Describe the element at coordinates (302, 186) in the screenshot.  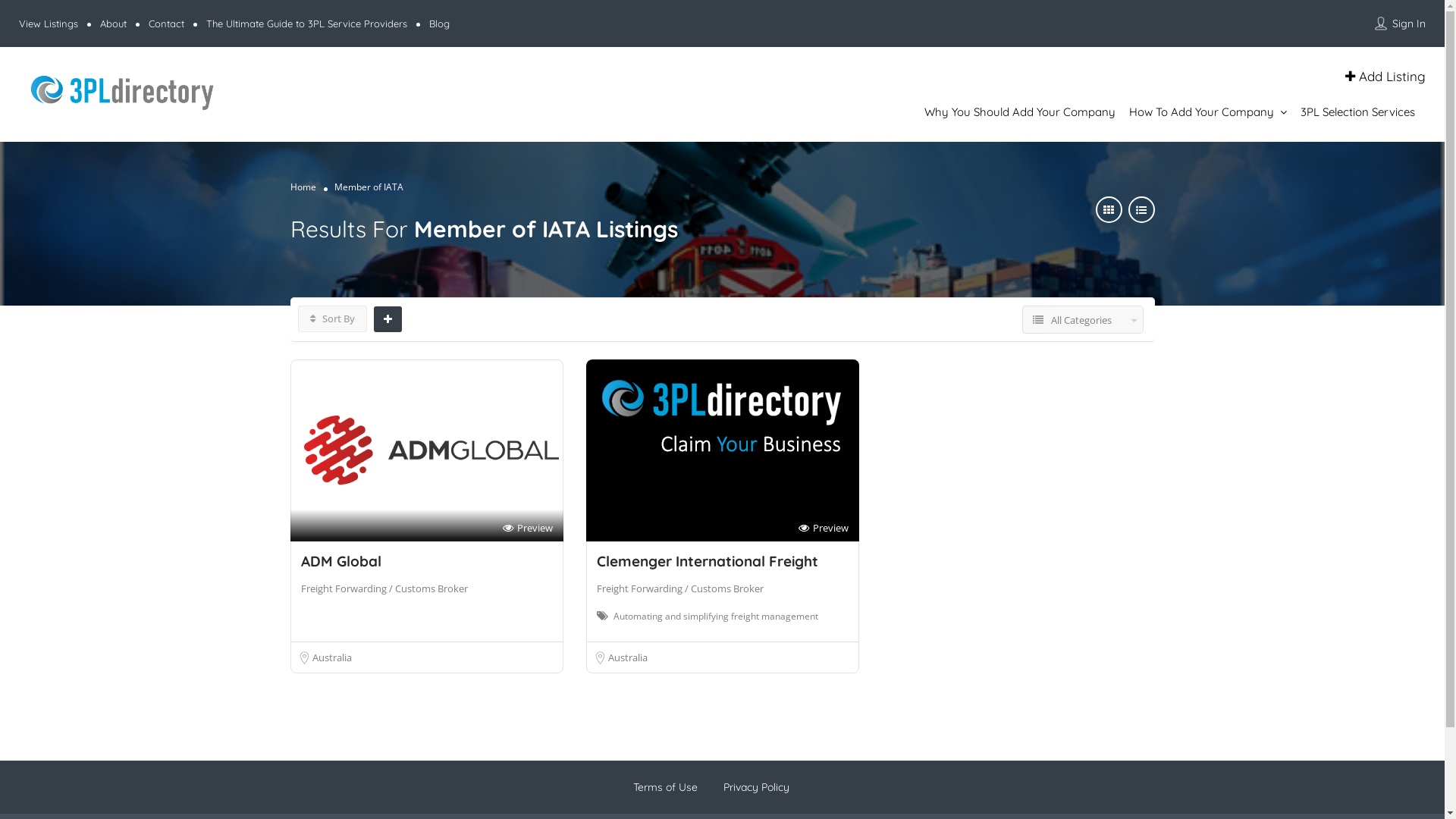
I see `'Home'` at that location.